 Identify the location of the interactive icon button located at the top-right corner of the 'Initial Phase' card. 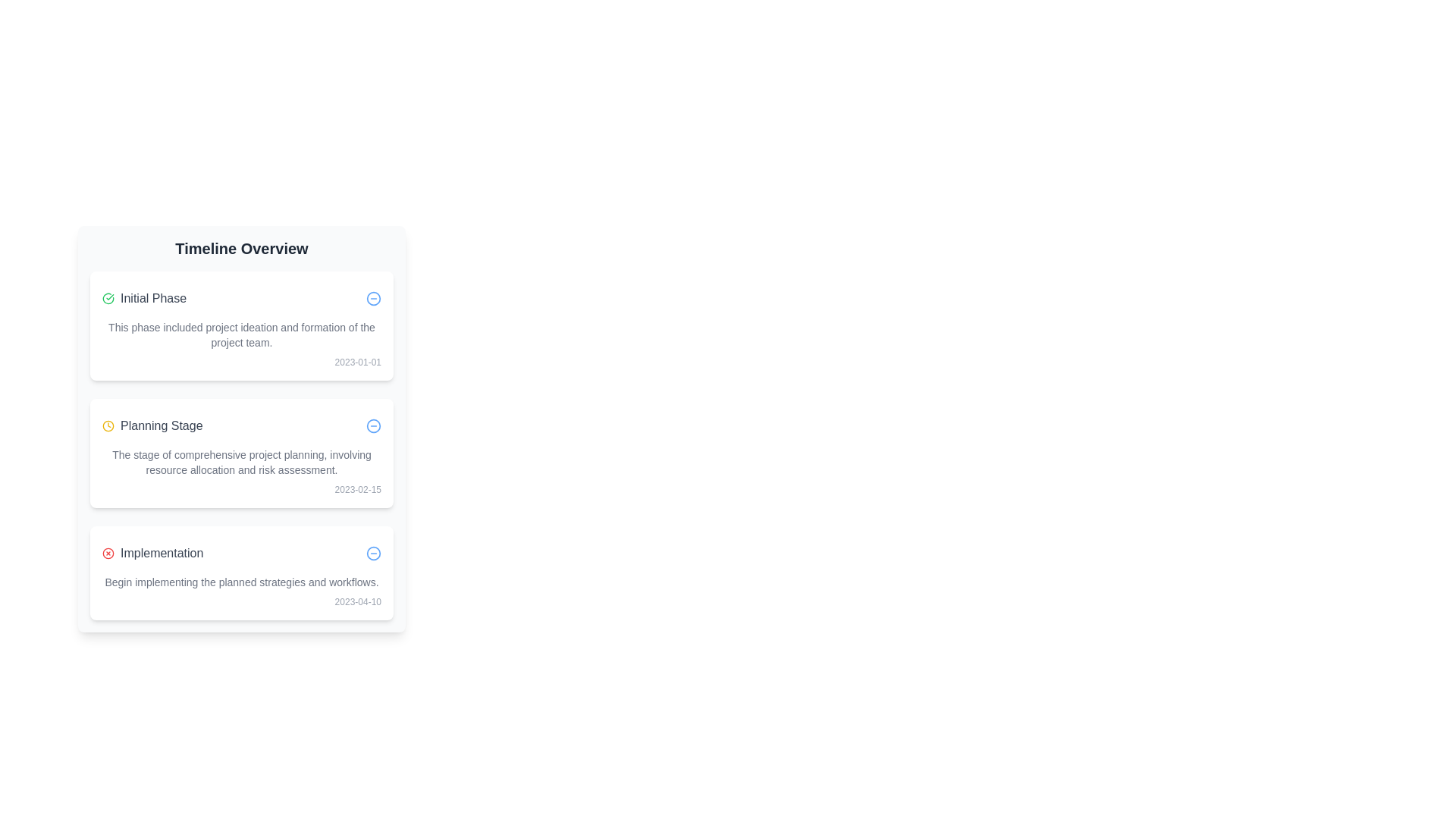
(374, 298).